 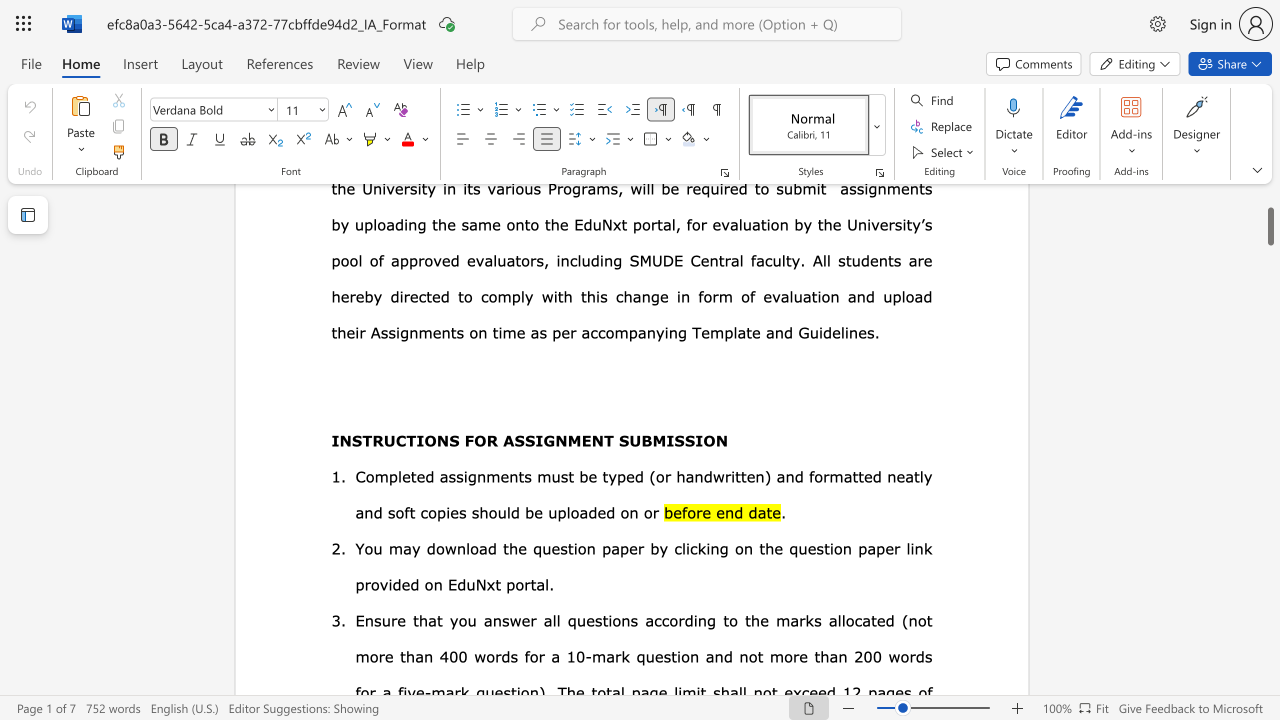 I want to click on the scrollbar and move up 270 pixels, so click(x=1269, y=218).